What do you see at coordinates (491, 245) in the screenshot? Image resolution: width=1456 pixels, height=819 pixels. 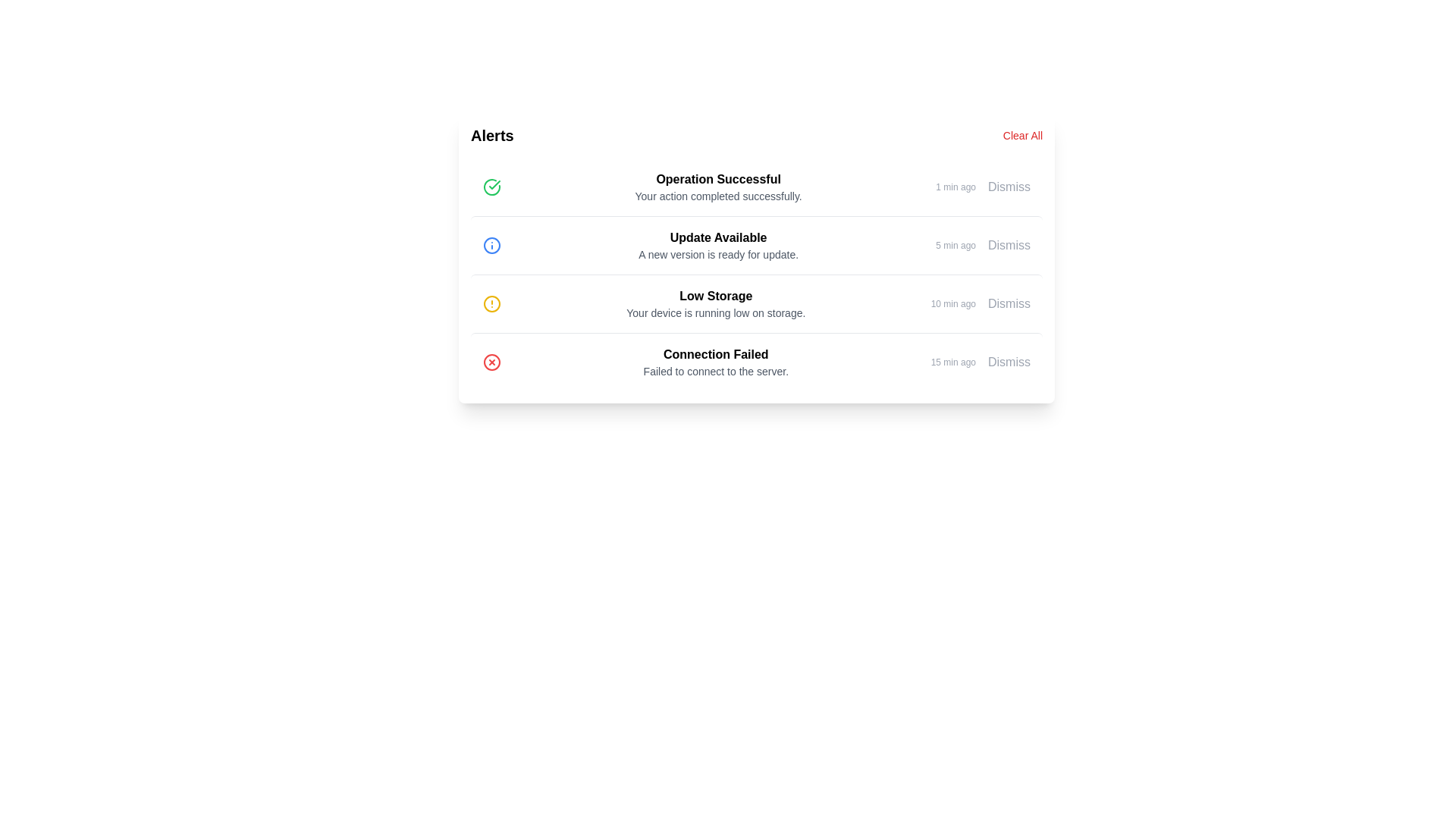 I see `the decorative SVG circle element associated with the 'Update Available' notification located in the second row of the 'Alerts' section` at bounding box center [491, 245].